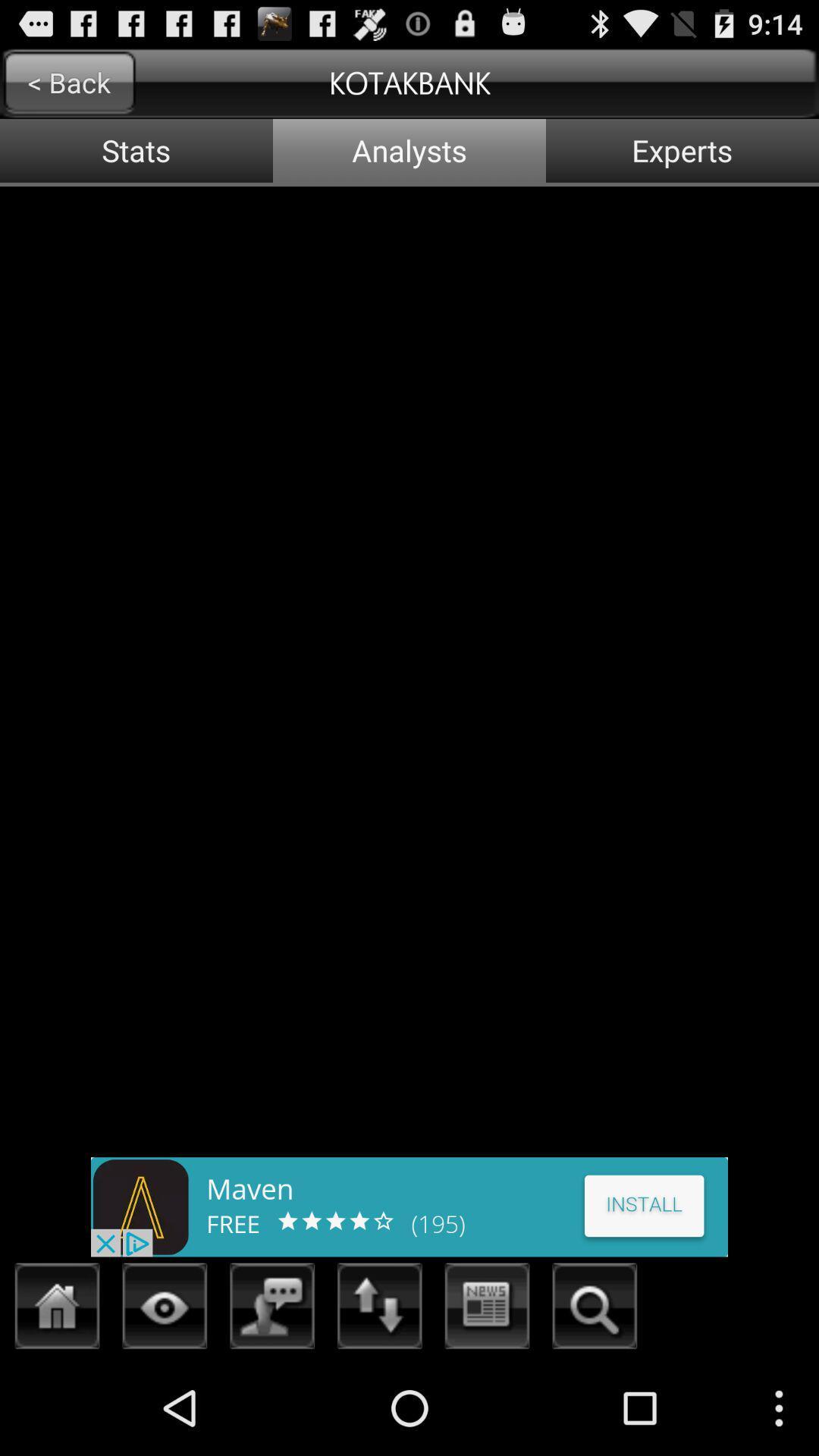  I want to click on the search icon, so click(594, 1401).